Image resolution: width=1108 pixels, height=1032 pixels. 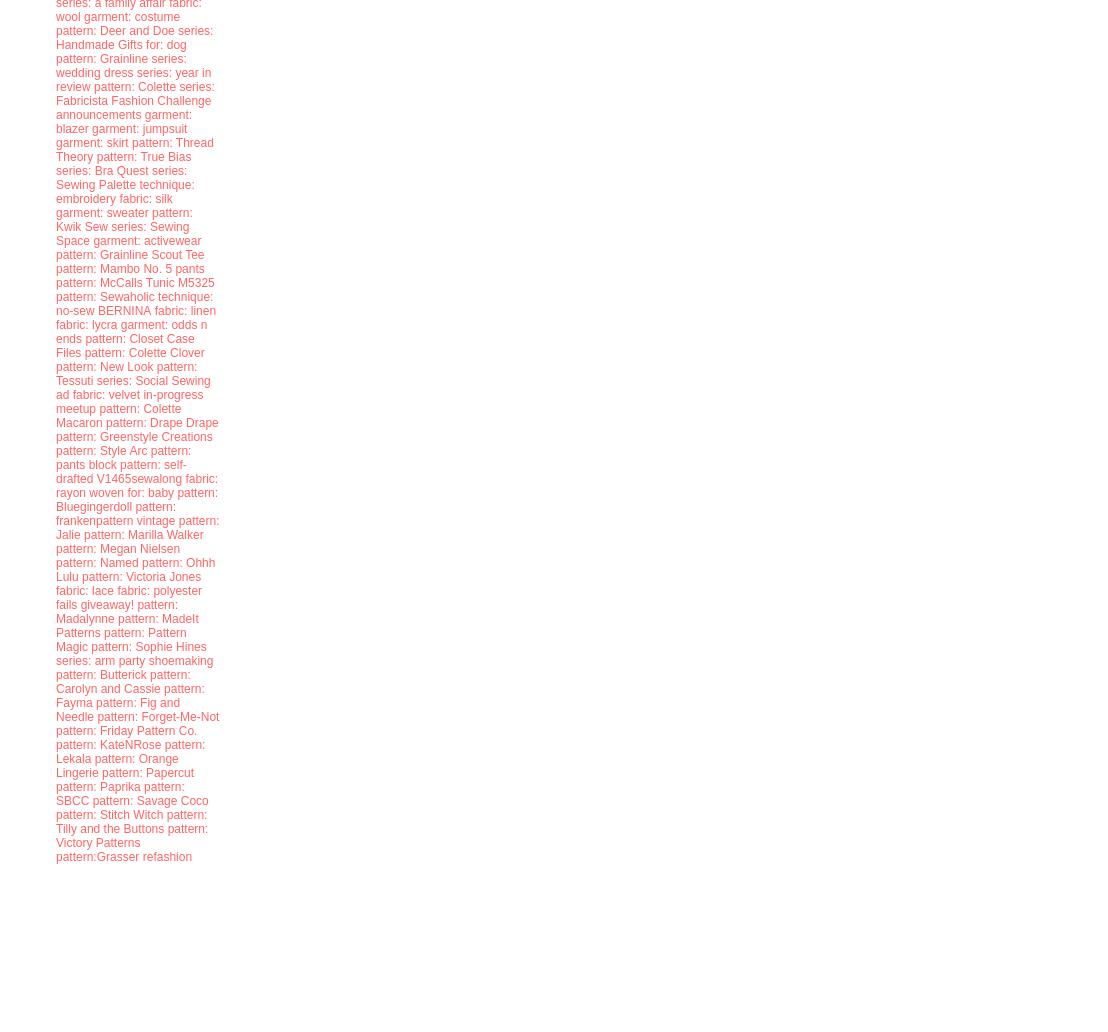 What do you see at coordinates (147, 771) in the screenshot?
I see `'pattern: Papercut'` at bounding box center [147, 771].